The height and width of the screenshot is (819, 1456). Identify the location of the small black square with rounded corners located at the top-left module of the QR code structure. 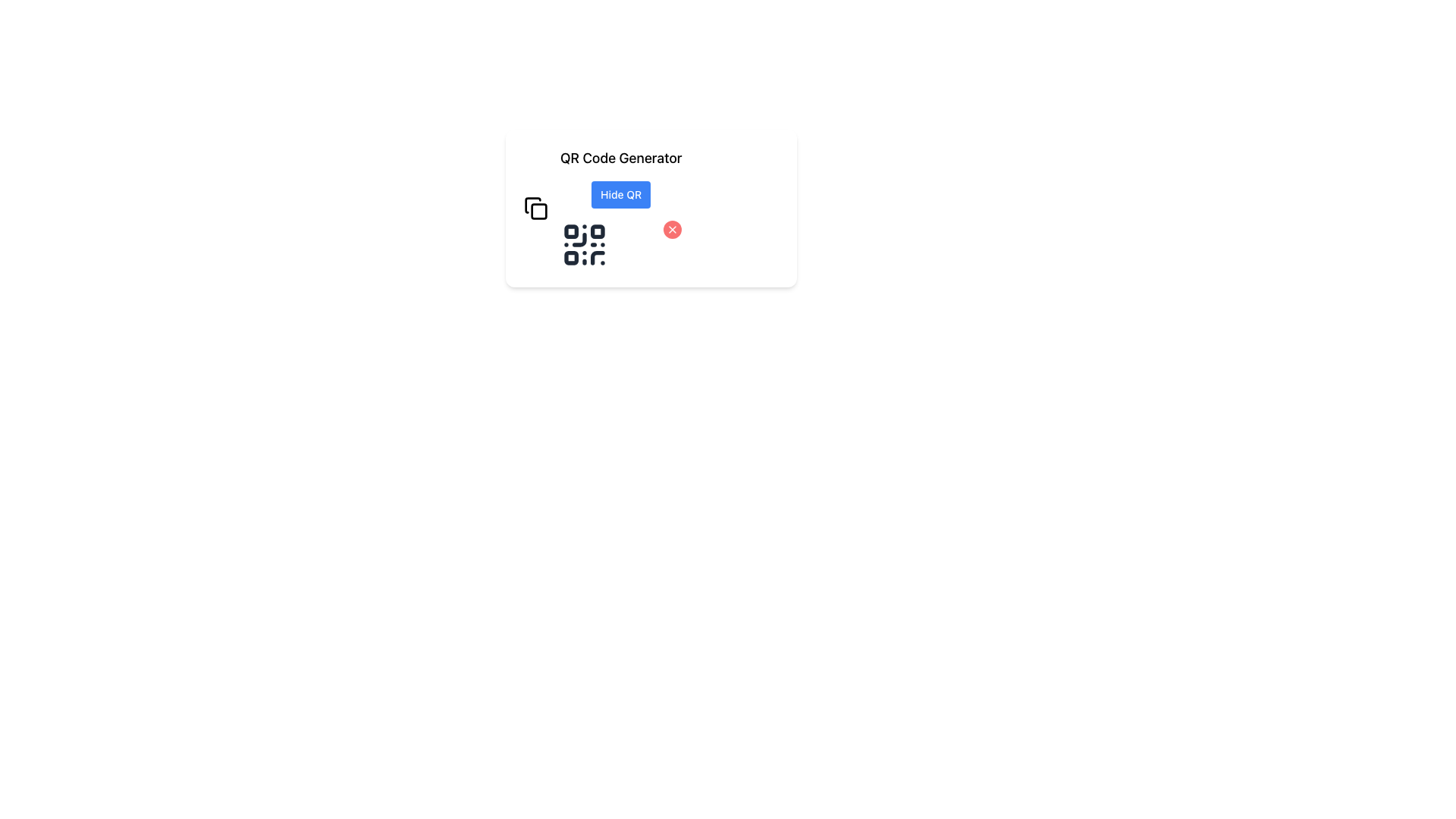
(570, 231).